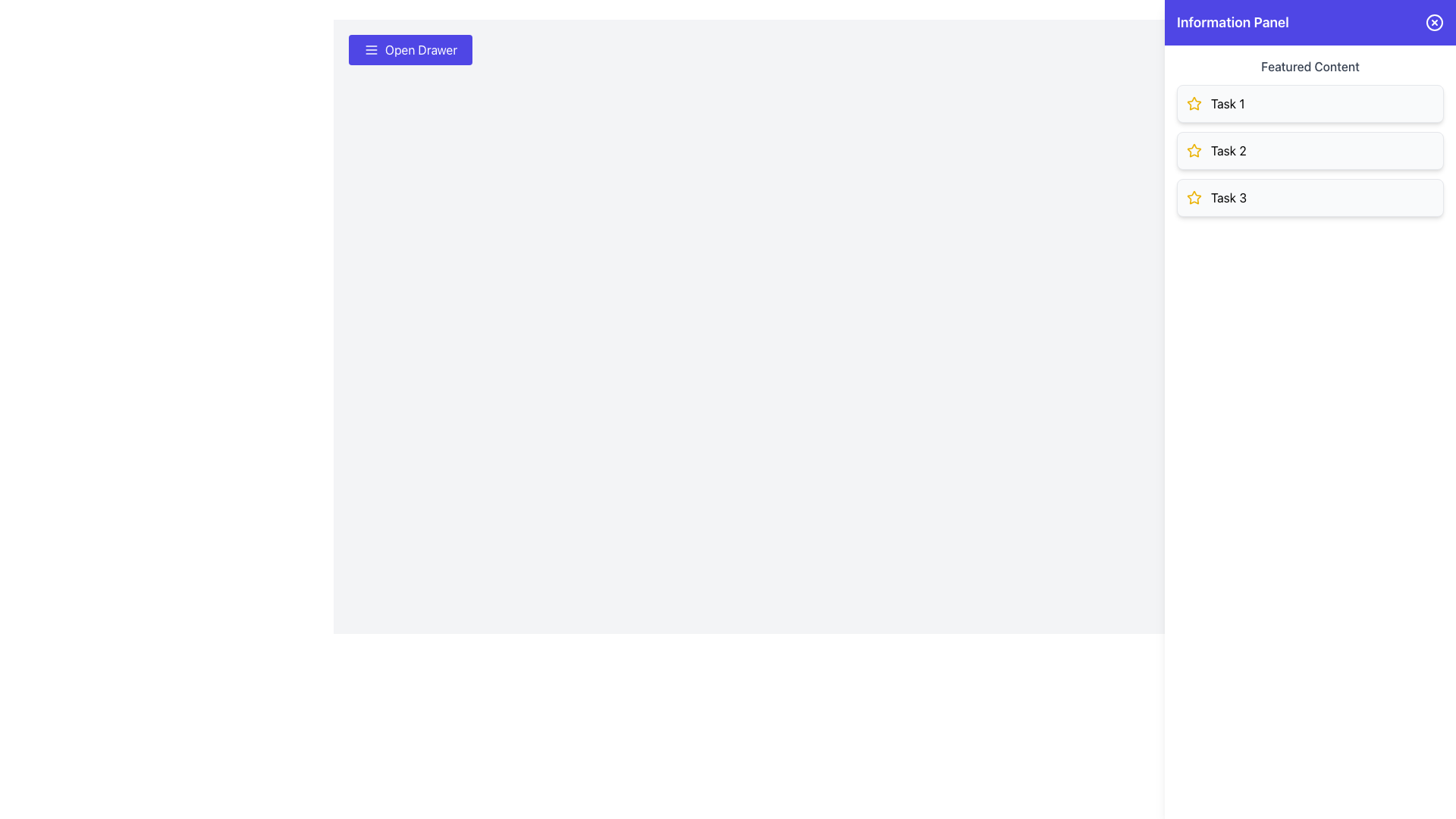 The image size is (1456, 819). I want to click on the menu icon located to the left of the 'Open Drawer' button to trigger a tooltip or highlight effect, so click(371, 49).